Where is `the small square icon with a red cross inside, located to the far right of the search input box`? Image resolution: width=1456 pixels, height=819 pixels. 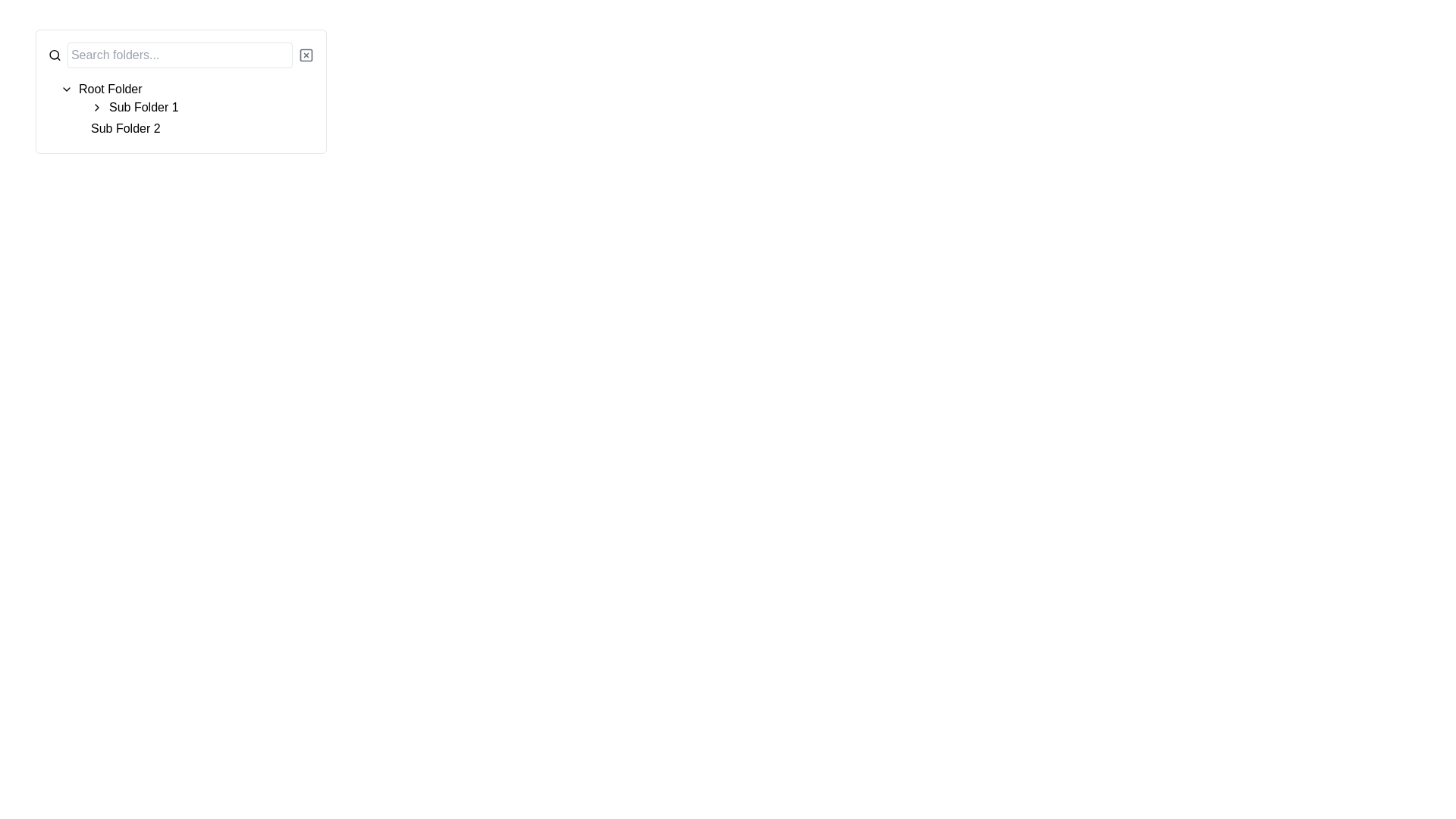
the small square icon with a red cross inside, located to the far right of the search input box is located at coordinates (305, 55).